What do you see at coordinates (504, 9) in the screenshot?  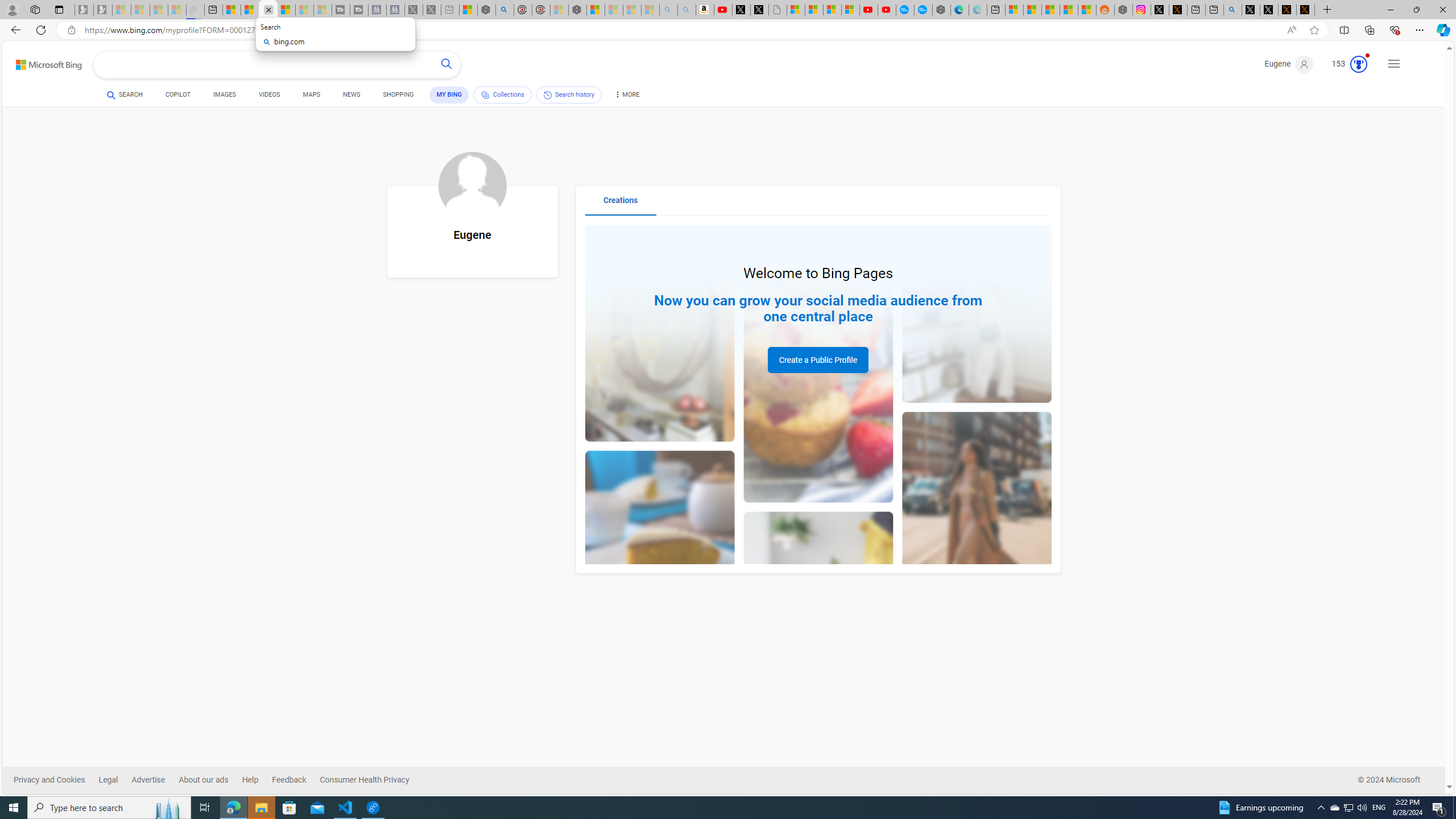 I see `'poe - Search'` at bounding box center [504, 9].